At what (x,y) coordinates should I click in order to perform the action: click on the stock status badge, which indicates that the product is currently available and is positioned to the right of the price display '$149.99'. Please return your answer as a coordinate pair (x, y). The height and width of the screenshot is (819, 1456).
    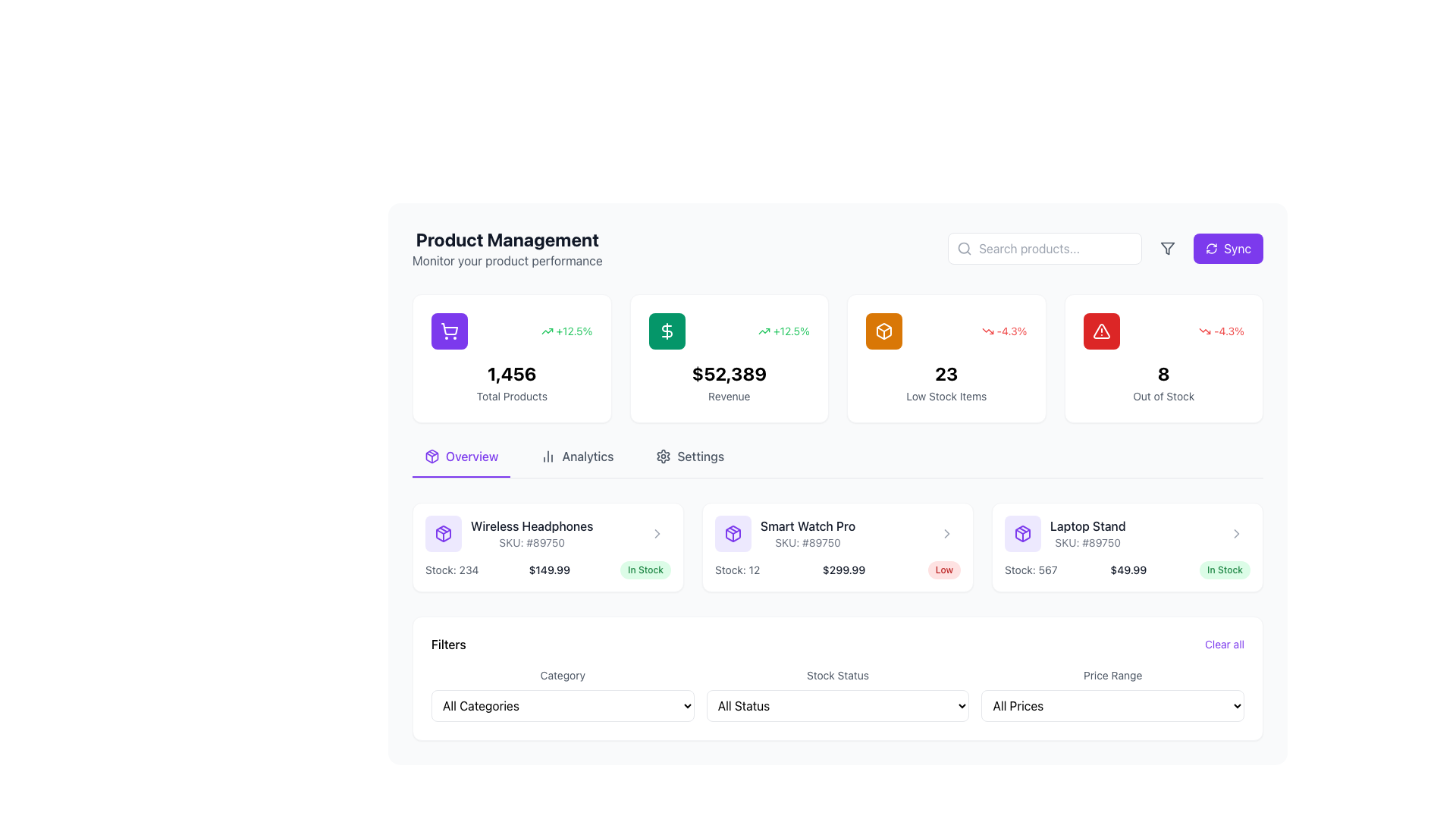
    Looking at the image, I should click on (645, 570).